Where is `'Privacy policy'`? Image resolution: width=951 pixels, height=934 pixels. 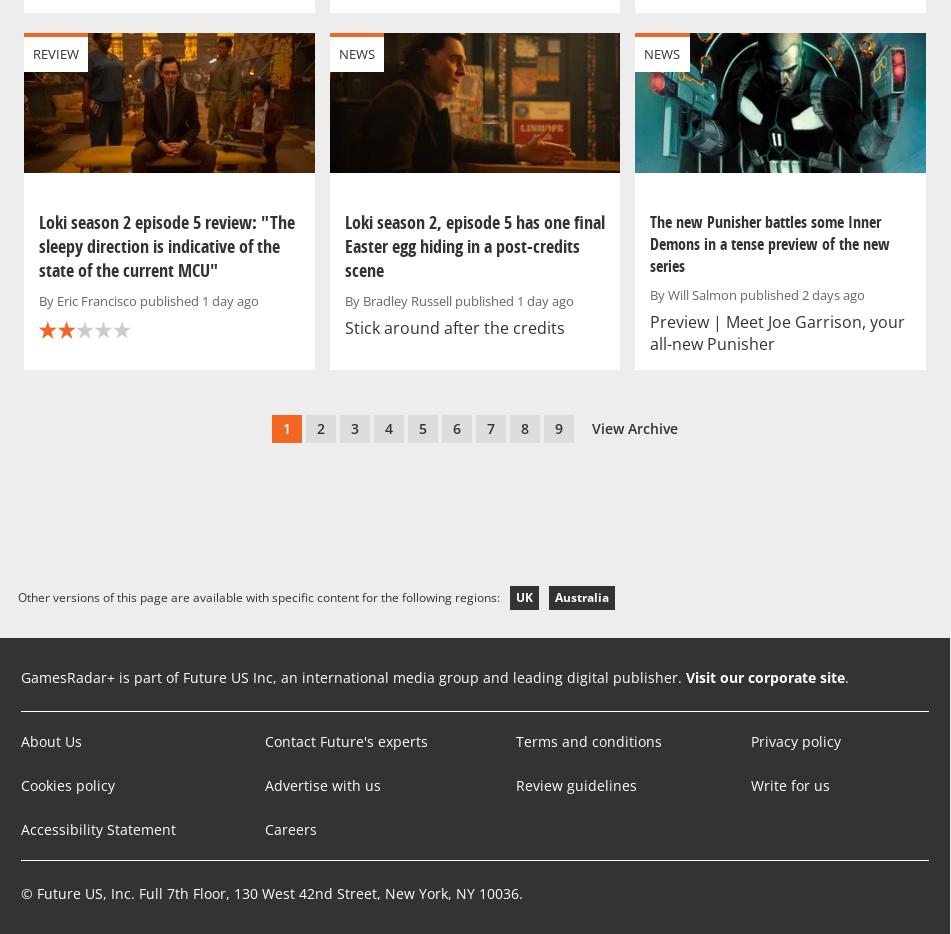
'Privacy policy' is located at coordinates (794, 741).